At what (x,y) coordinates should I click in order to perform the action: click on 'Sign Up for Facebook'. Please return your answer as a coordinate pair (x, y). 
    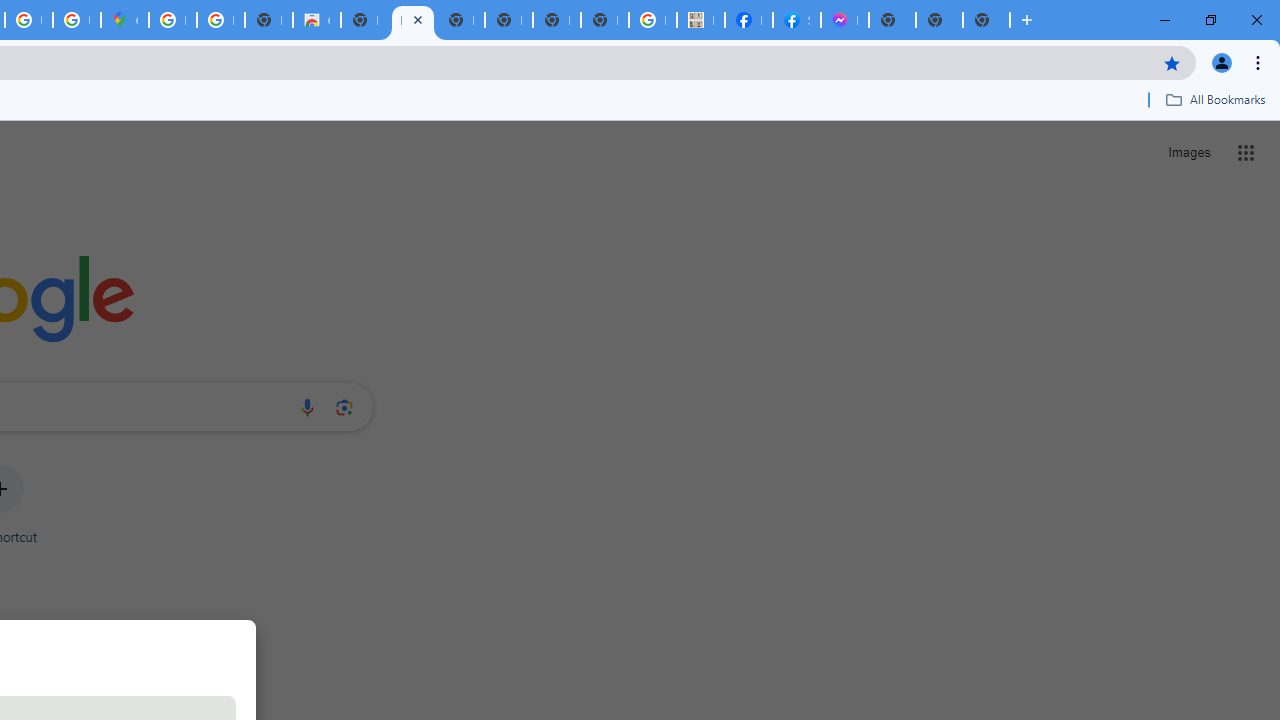
    Looking at the image, I should click on (795, 20).